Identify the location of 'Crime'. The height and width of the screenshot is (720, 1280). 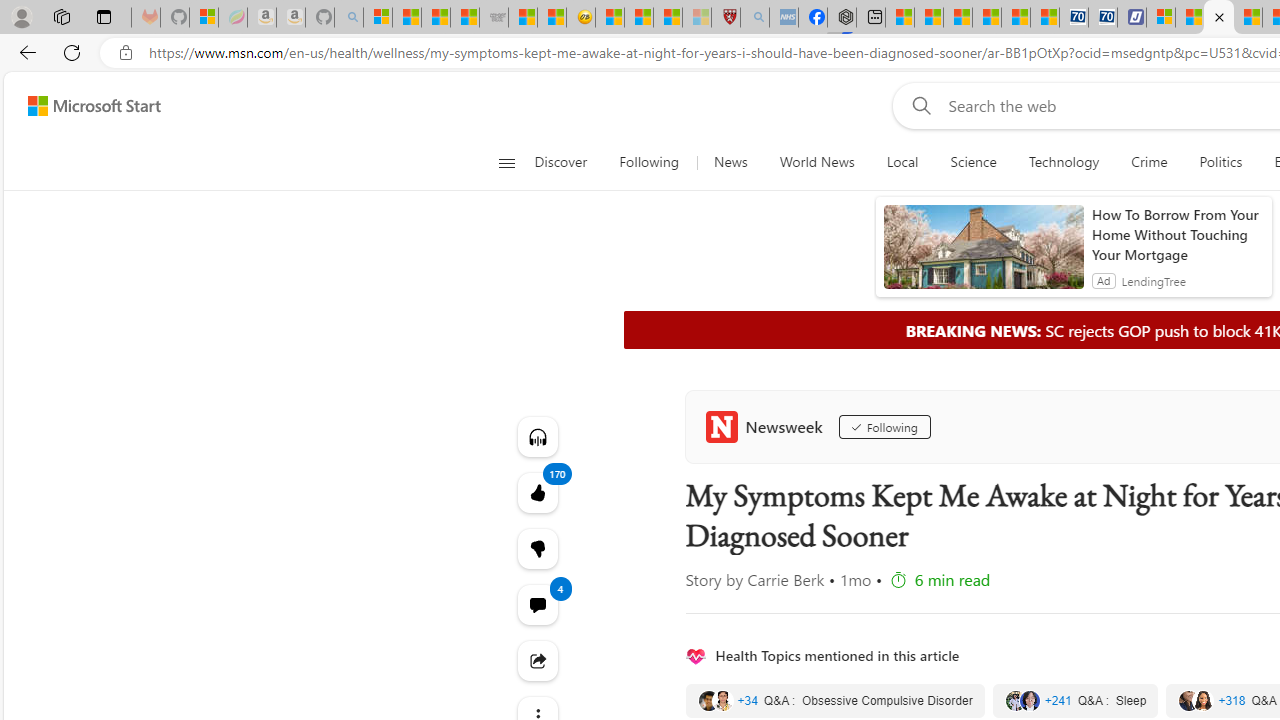
(1149, 162).